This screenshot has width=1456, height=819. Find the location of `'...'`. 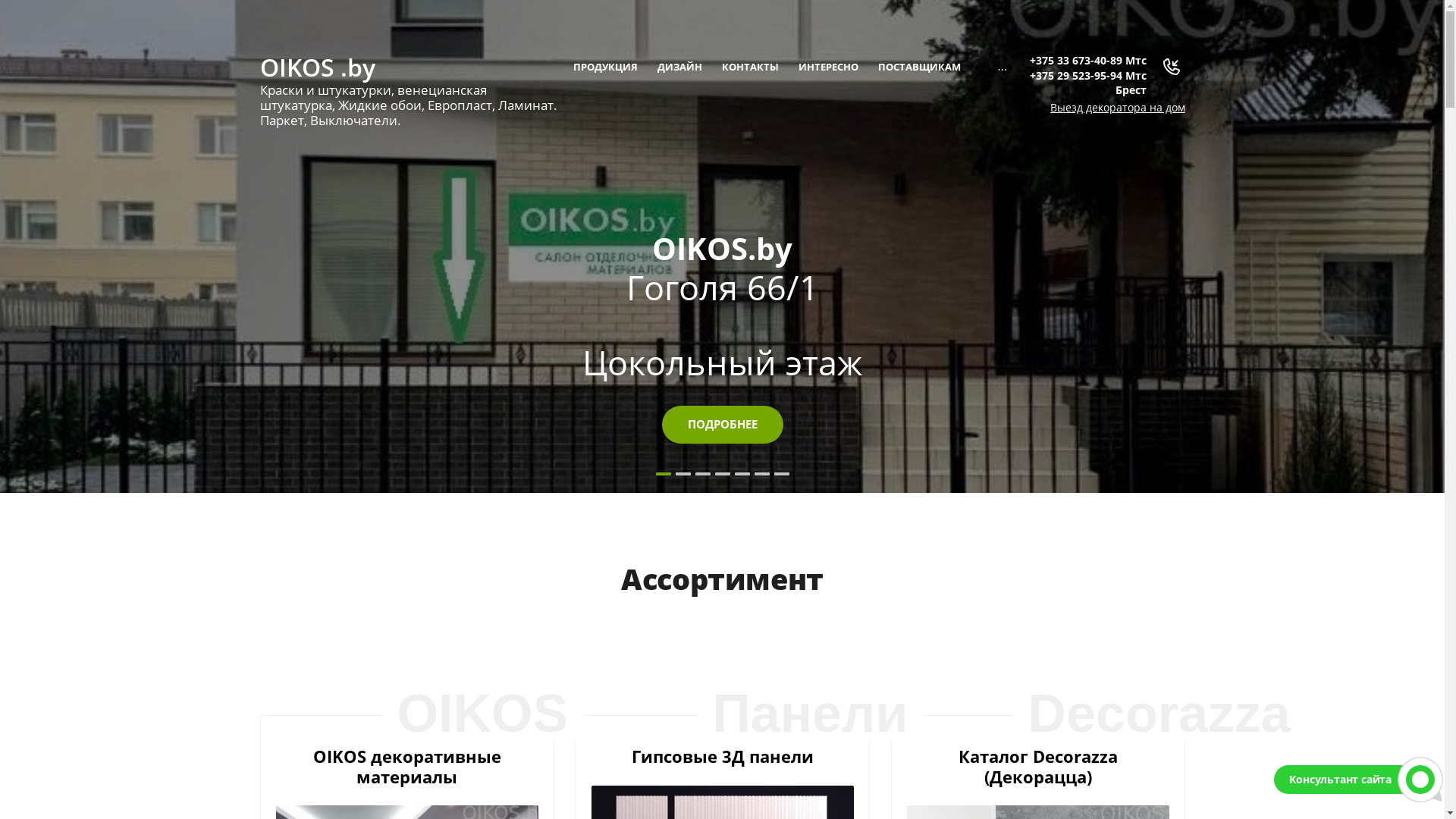

'...' is located at coordinates (1002, 66).